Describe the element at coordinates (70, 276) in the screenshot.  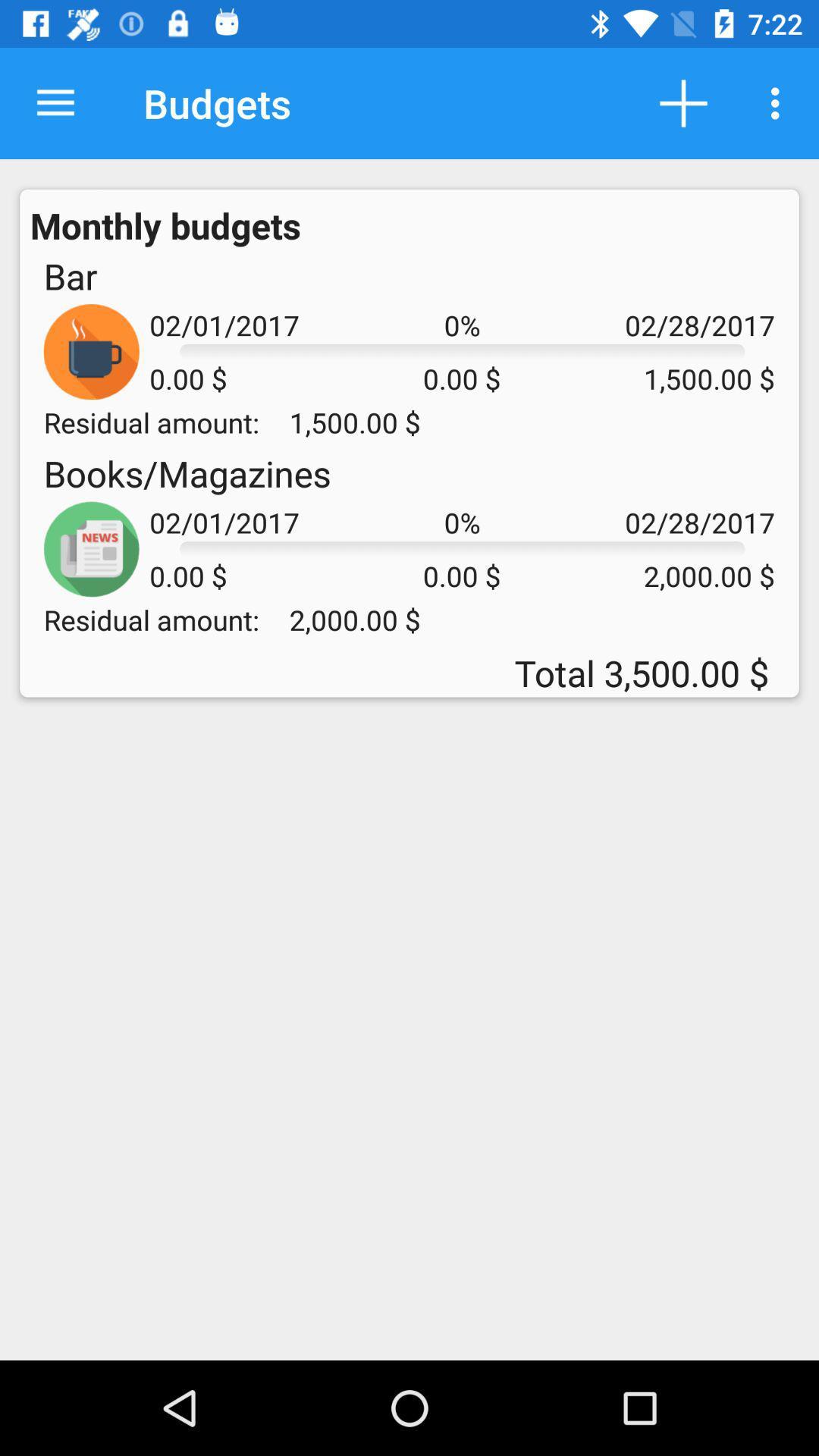
I see `icon next to 02/01/2017 item` at that location.